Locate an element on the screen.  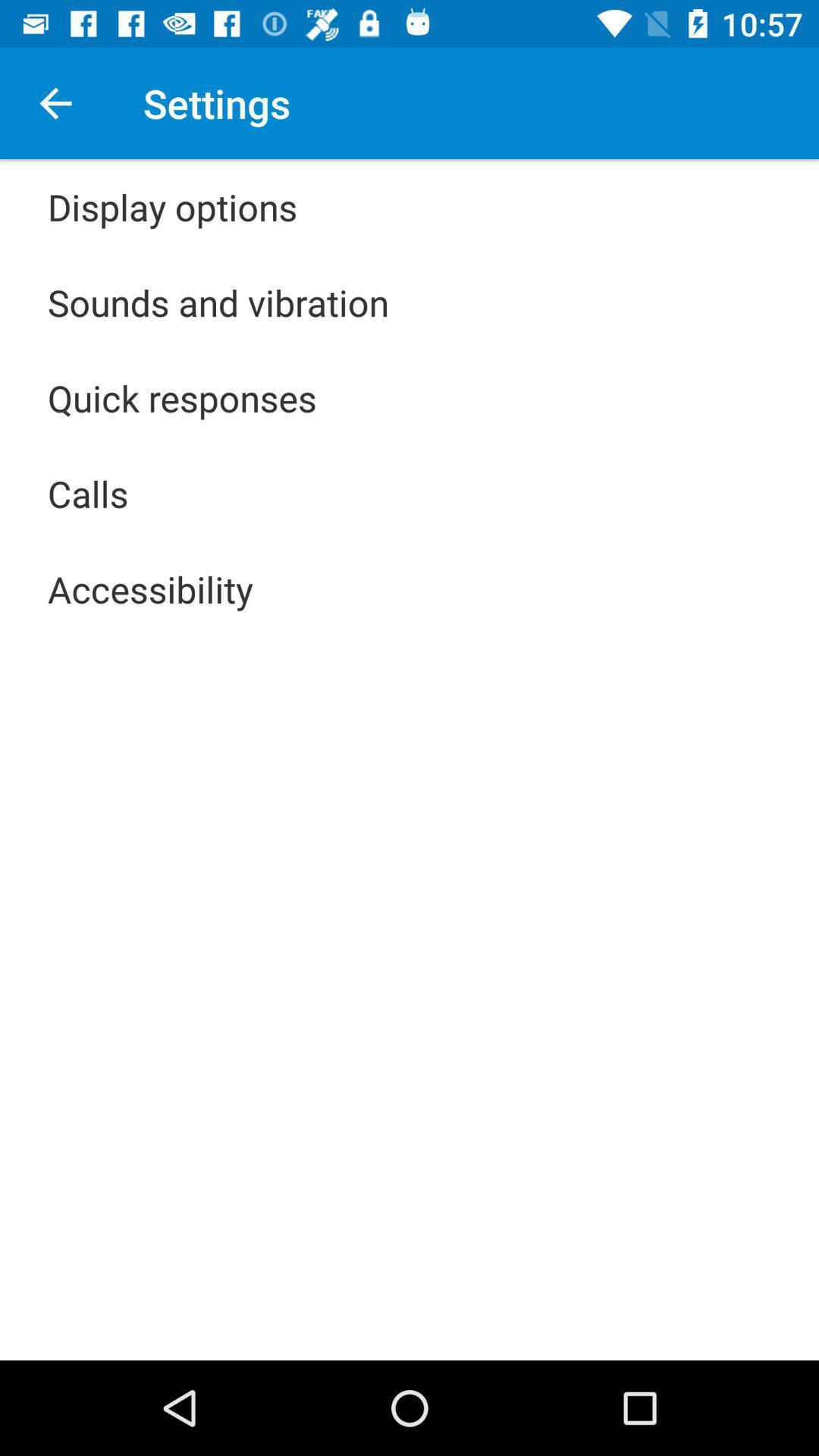
the sounds and vibration app is located at coordinates (218, 302).